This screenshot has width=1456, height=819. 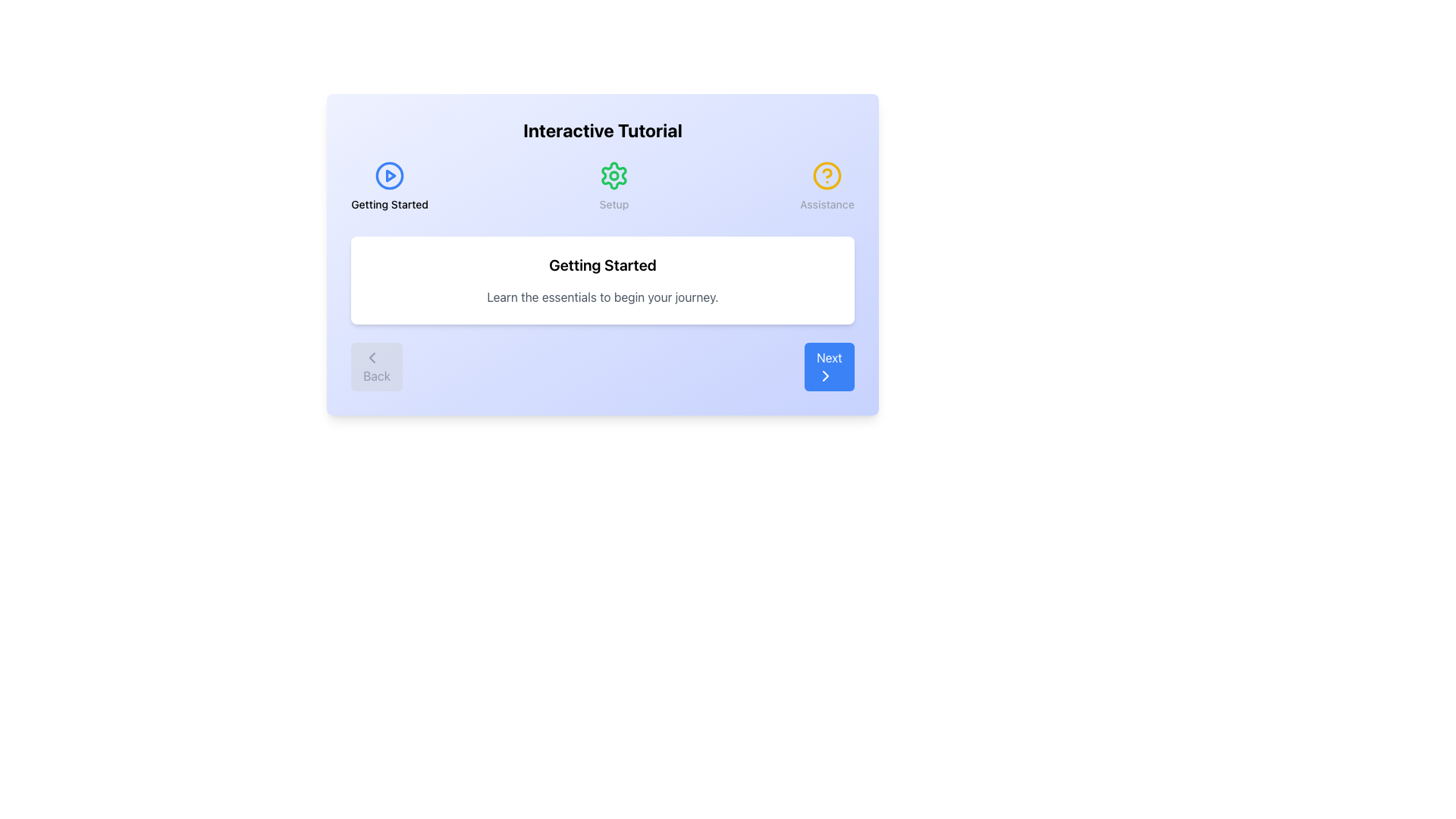 What do you see at coordinates (390, 174) in the screenshot?
I see `the SVG Circle that forms the blue outlined circular part of the play button icon, located to the left of the 'Getting Started' text` at bounding box center [390, 174].